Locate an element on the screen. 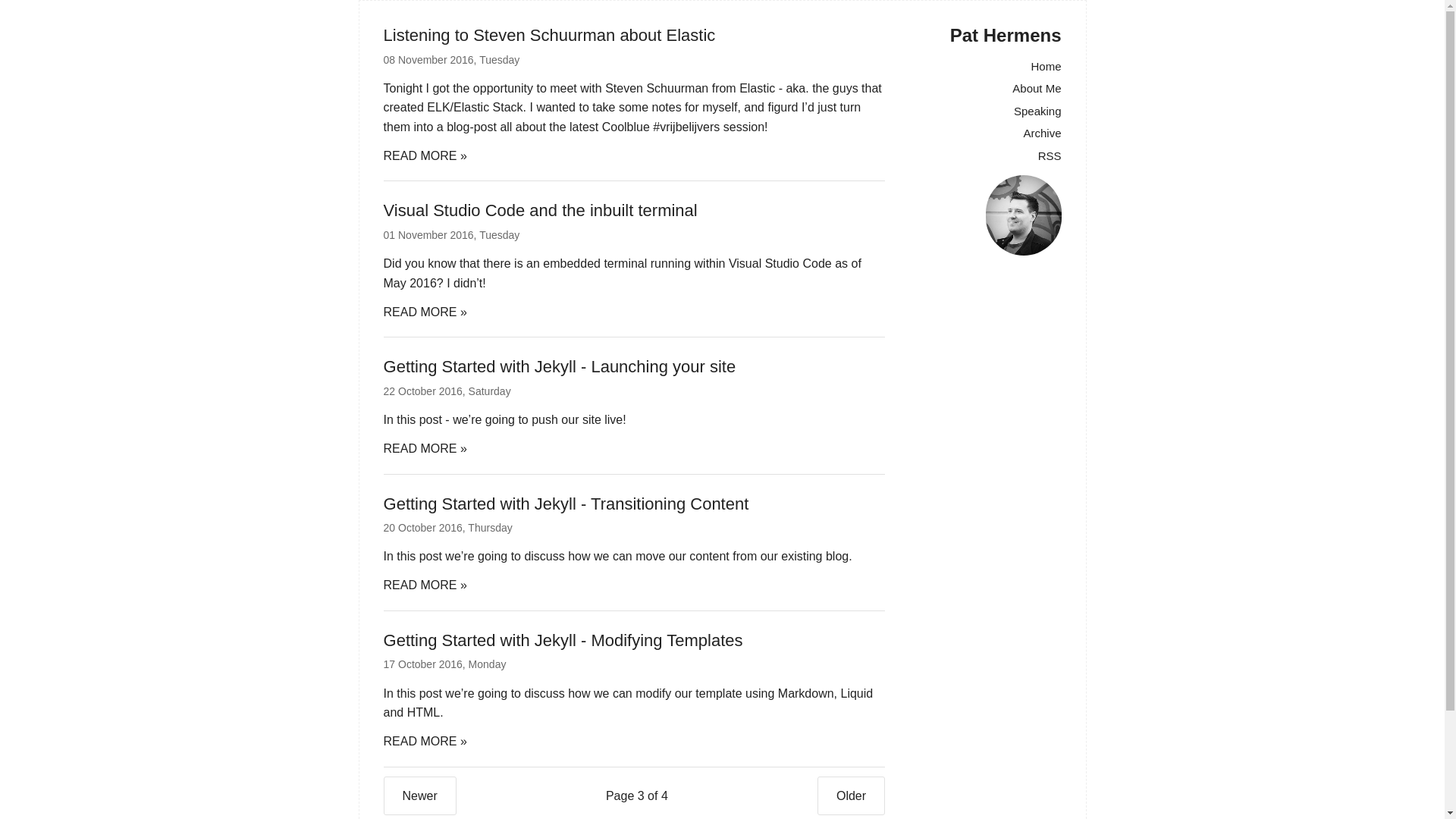 The width and height of the screenshot is (1456, 819). 'Pat Hermens' is located at coordinates (1006, 34).